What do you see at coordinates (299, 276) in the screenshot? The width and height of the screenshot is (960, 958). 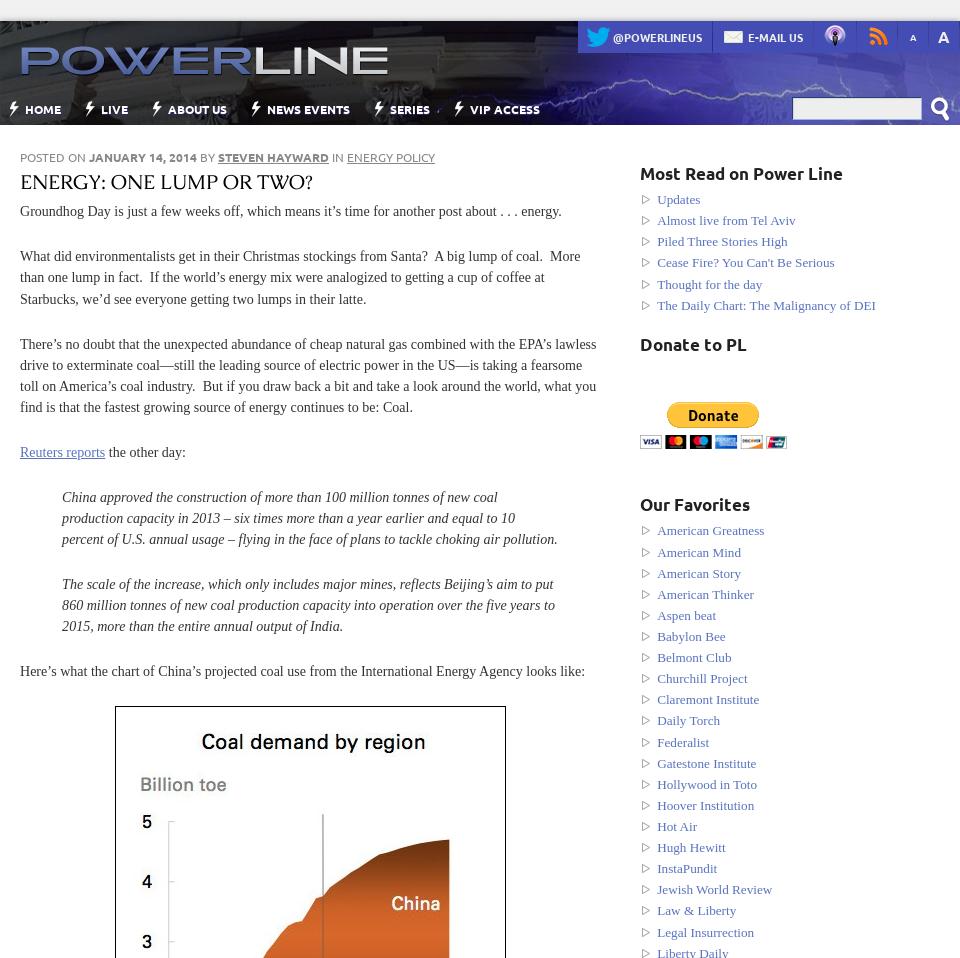 I see `'What did environmentalists get in their Christmas stockings from Santa?  A big lump of coal.  More than one lump in fact.  If the world’s energy mix were analogized to getting a cup of coffee at Starbucks, we’d see everyone getting two lumps in their latte.'` at bounding box center [299, 276].